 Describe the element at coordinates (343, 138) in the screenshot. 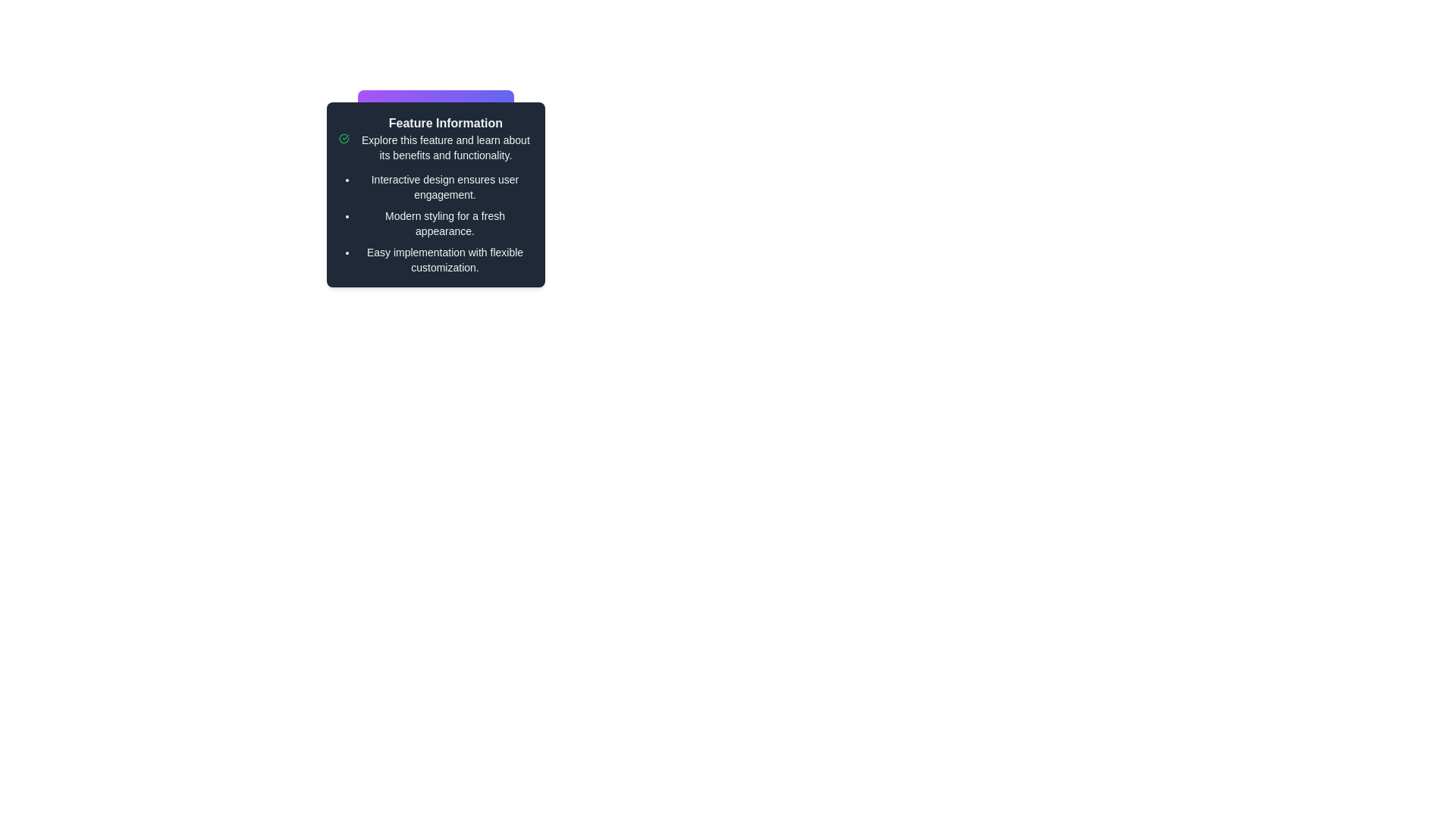

I see `the confirmation icon located to the left of the heading text 'Feature Information' within the informational panel, serving as a static visual indicator` at that location.